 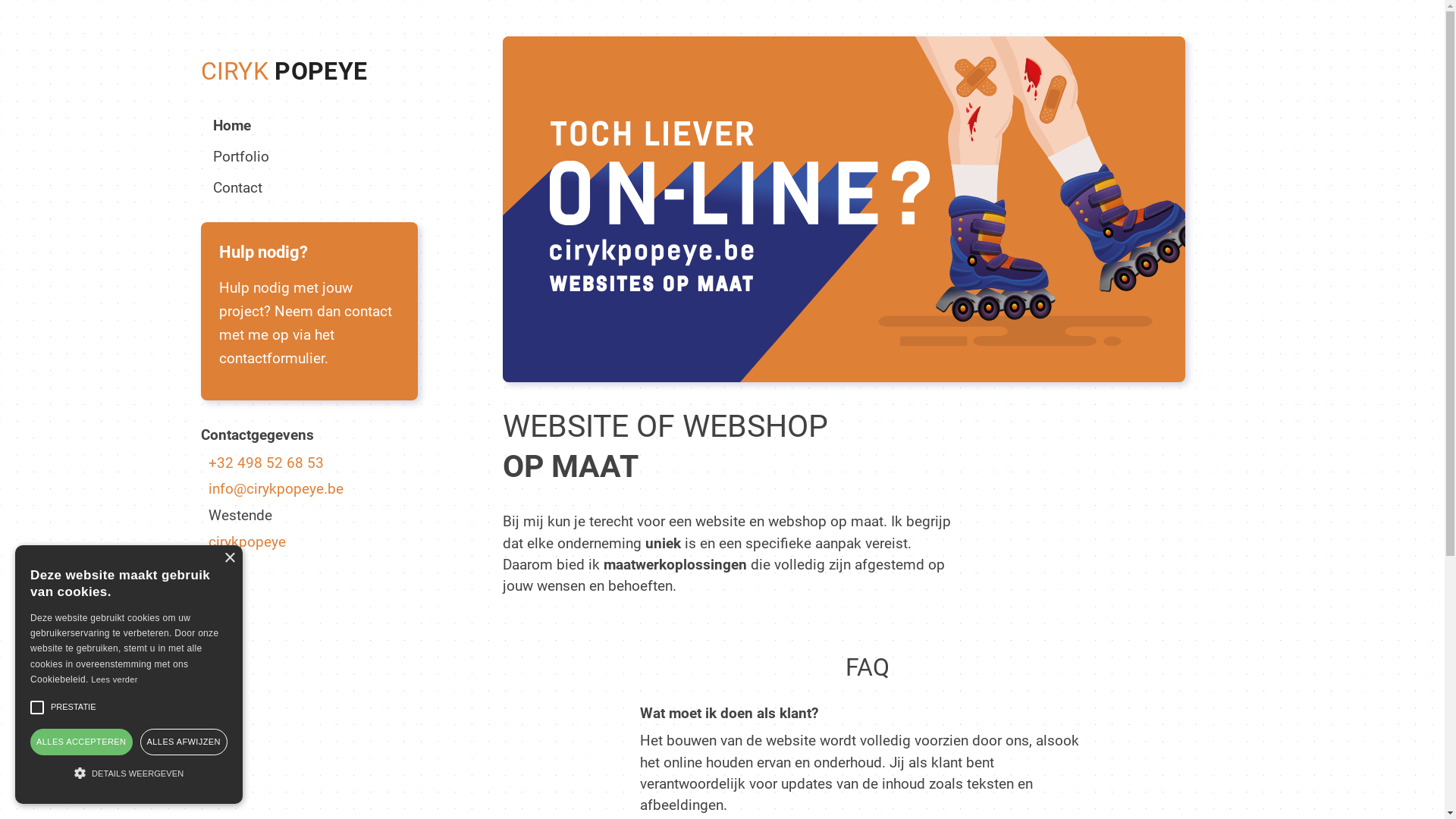 I want to click on 'Lees verder', so click(x=113, y=678).